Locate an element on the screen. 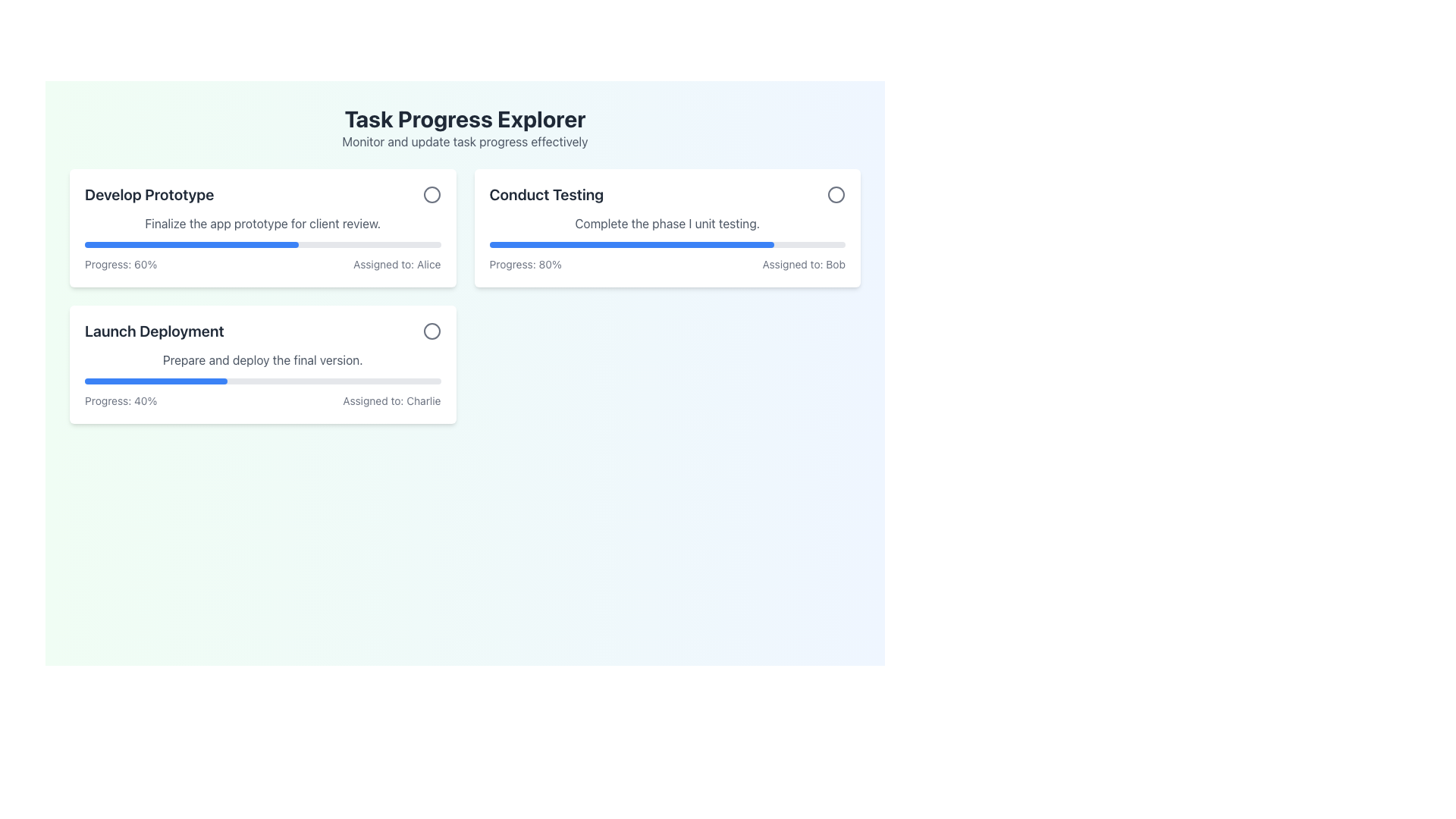 This screenshot has height=819, width=1456. the circular icon with a gray outline located in the upper-right corner of the 'Conduct Testing' card to interact with it is located at coordinates (836, 194).